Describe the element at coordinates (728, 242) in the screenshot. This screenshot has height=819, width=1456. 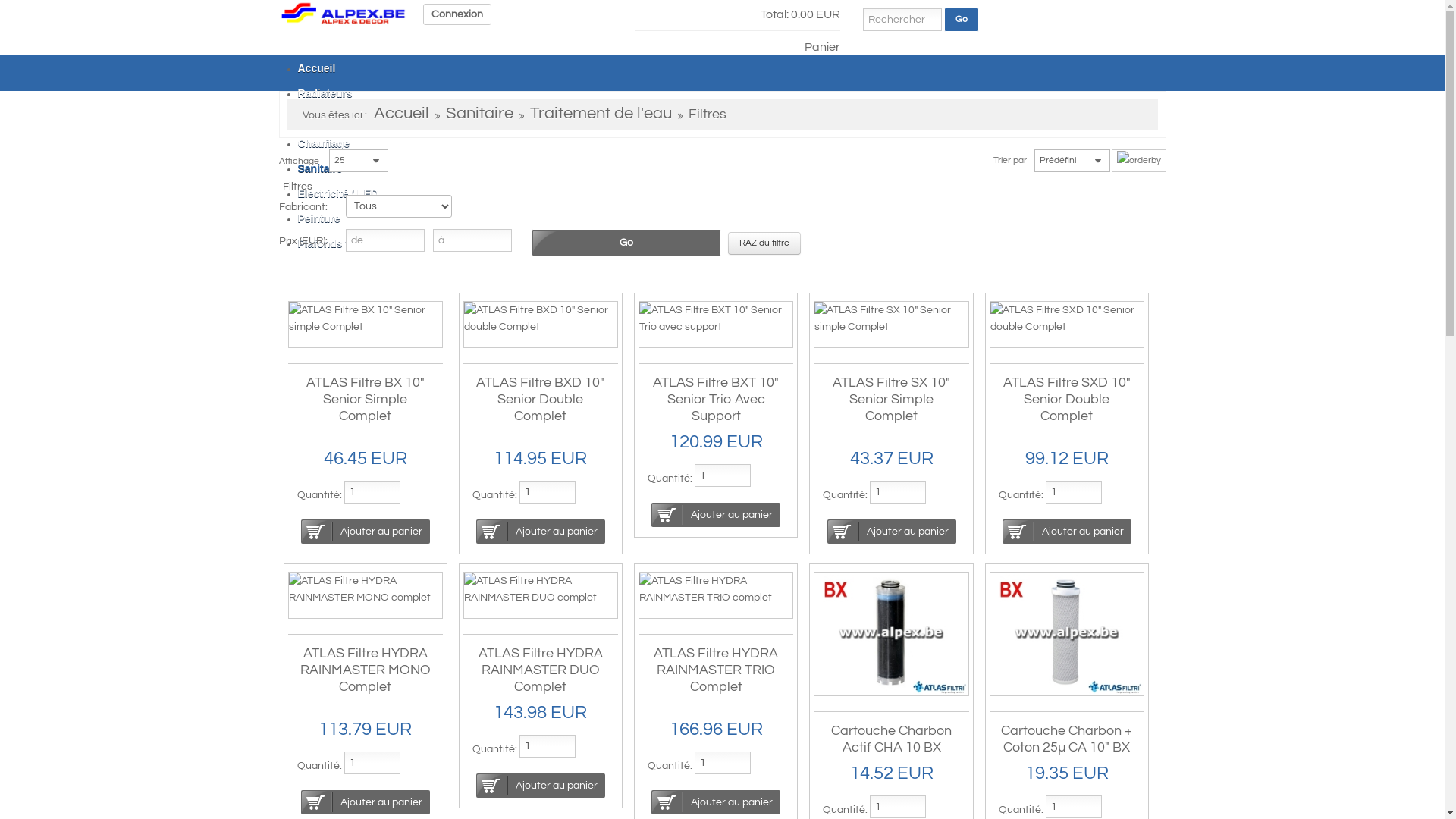
I see `'RAZ du filtre'` at that location.